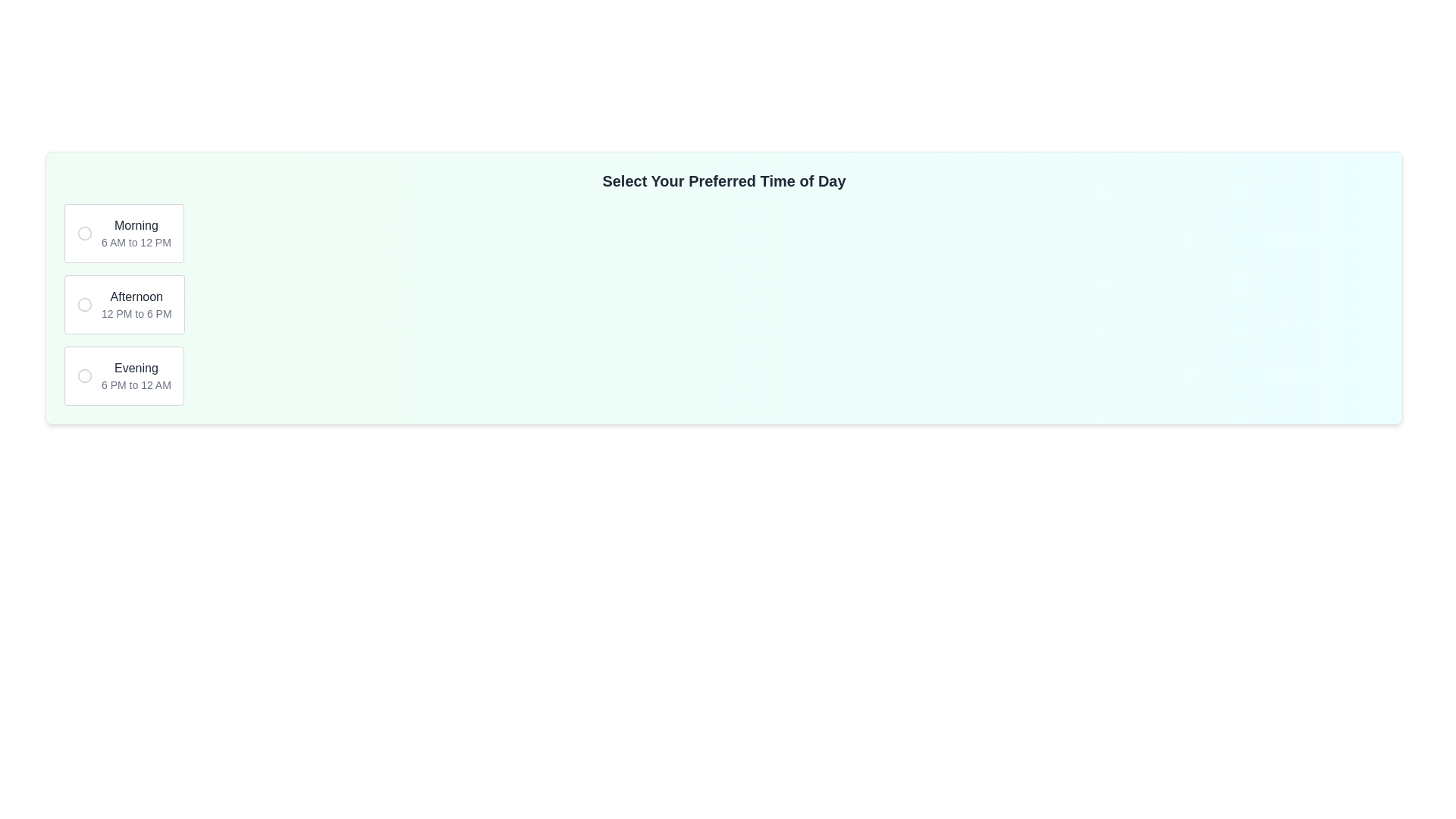  What do you see at coordinates (136, 375) in the screenshot?
I see `the selectable list item labeled 'Evening'` at bounding box center [136, 375].